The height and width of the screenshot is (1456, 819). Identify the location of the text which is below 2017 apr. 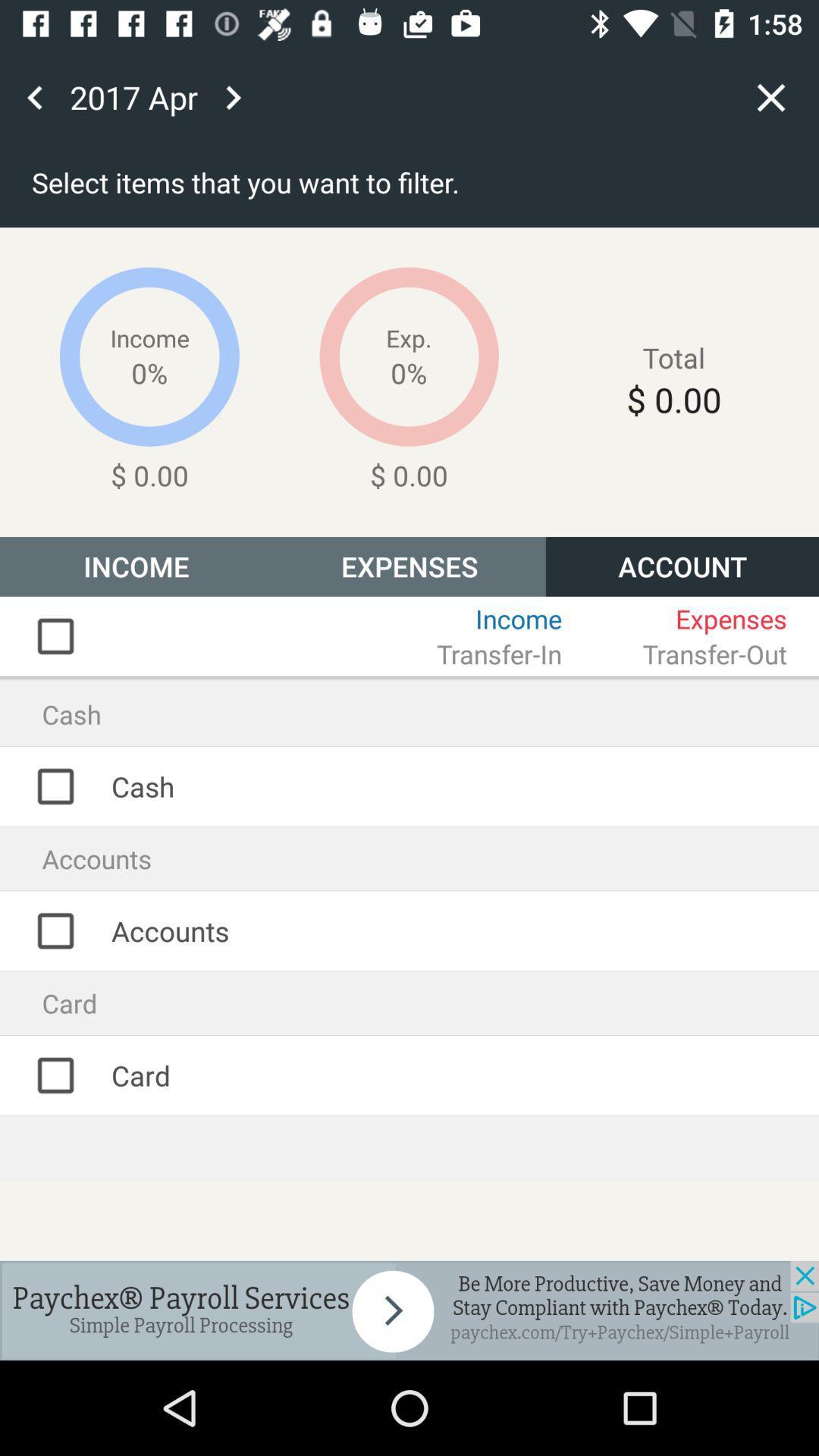
(512, 186).